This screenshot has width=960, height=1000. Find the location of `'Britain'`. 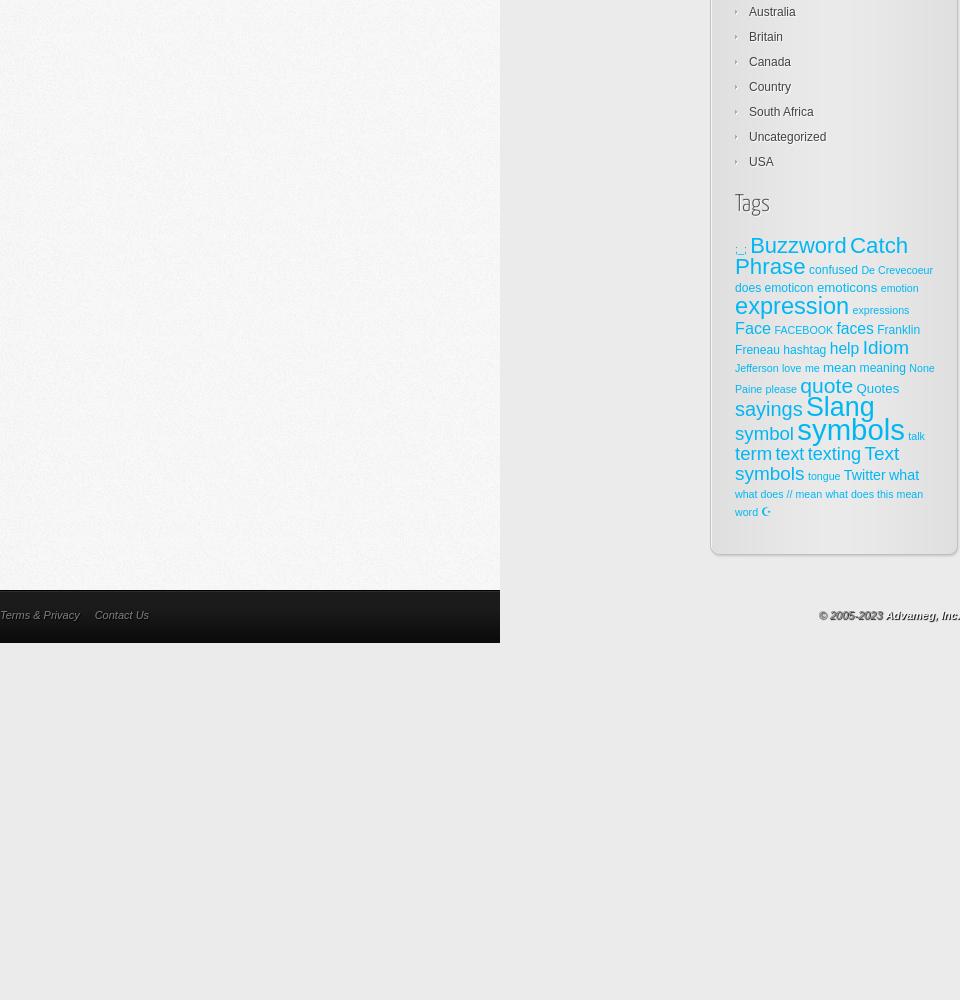

'Britain' is located at coordinates (747, 37).